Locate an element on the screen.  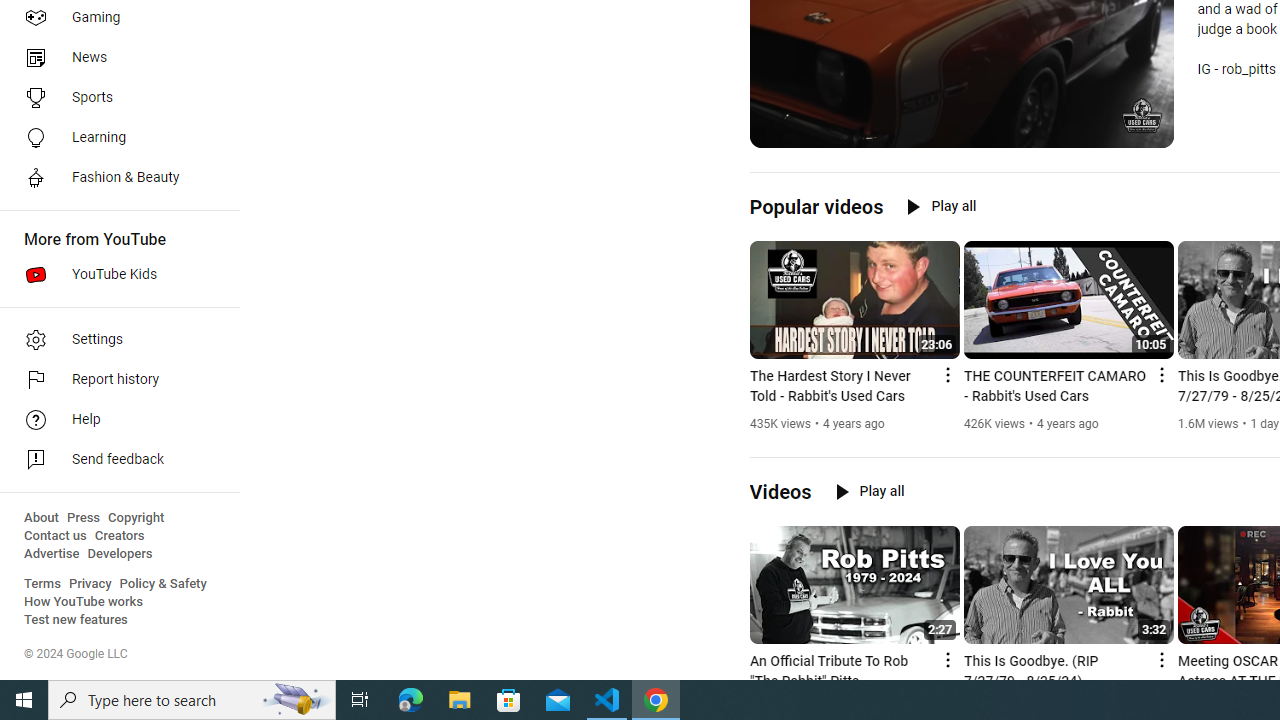
'Contact us' is located at coordinates (55, 535).